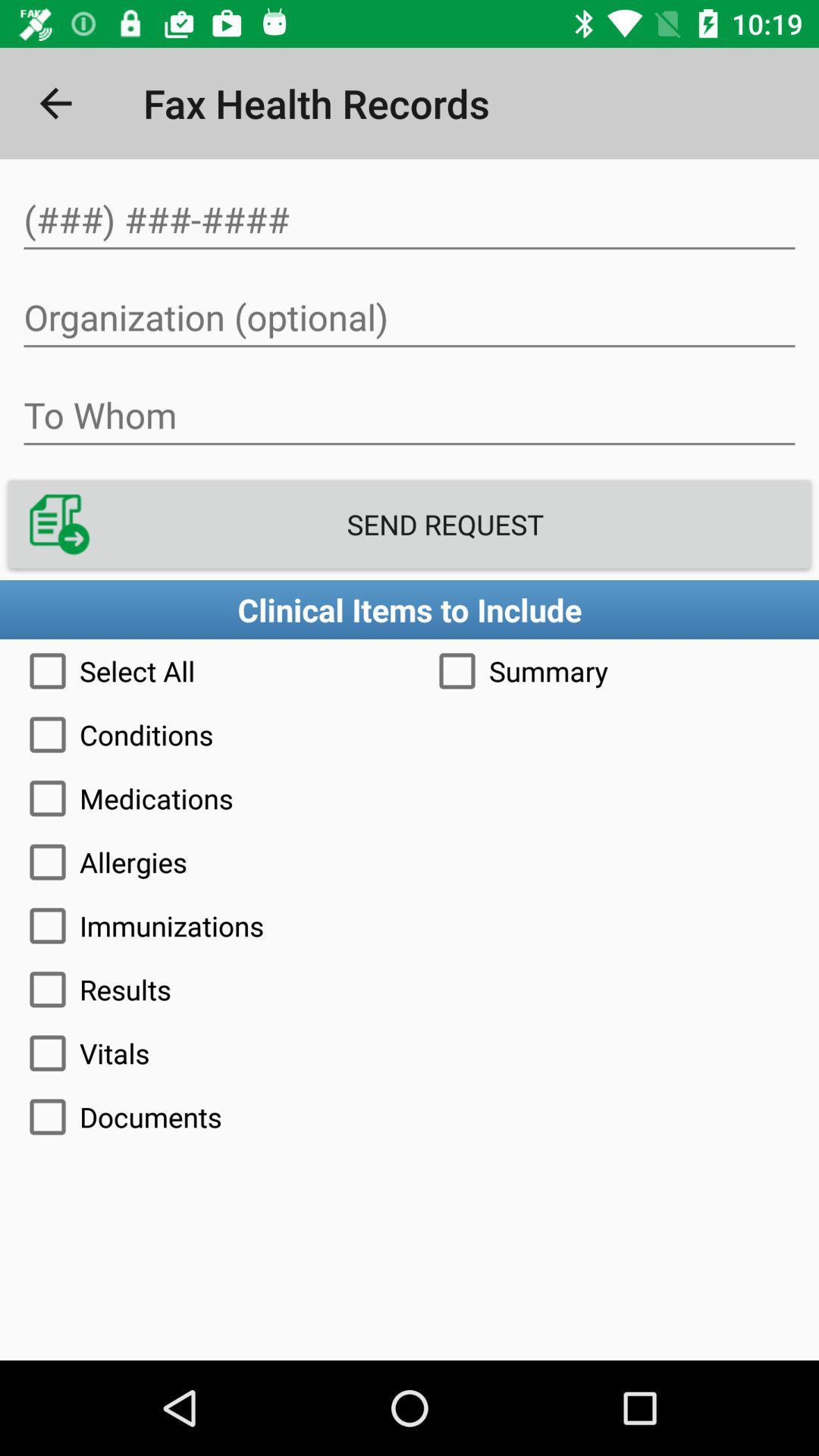 The height and width of the screenshot is (1456, 819). Describe the element at coordinates (409, 524) in the screenshot. I see `send request` at that location.